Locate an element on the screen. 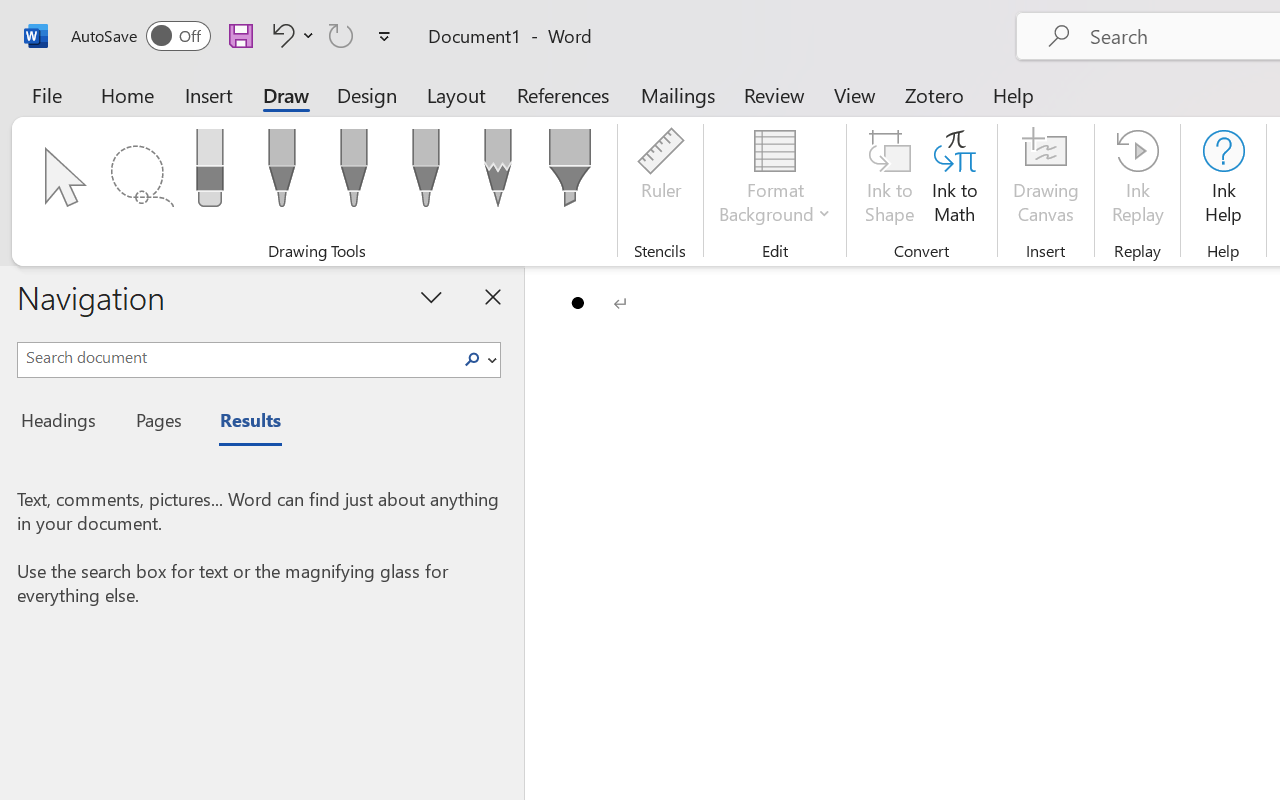 This screenshot has width=1280, height=800. 'Ink to Shape' is located at coordinates (889, 179).